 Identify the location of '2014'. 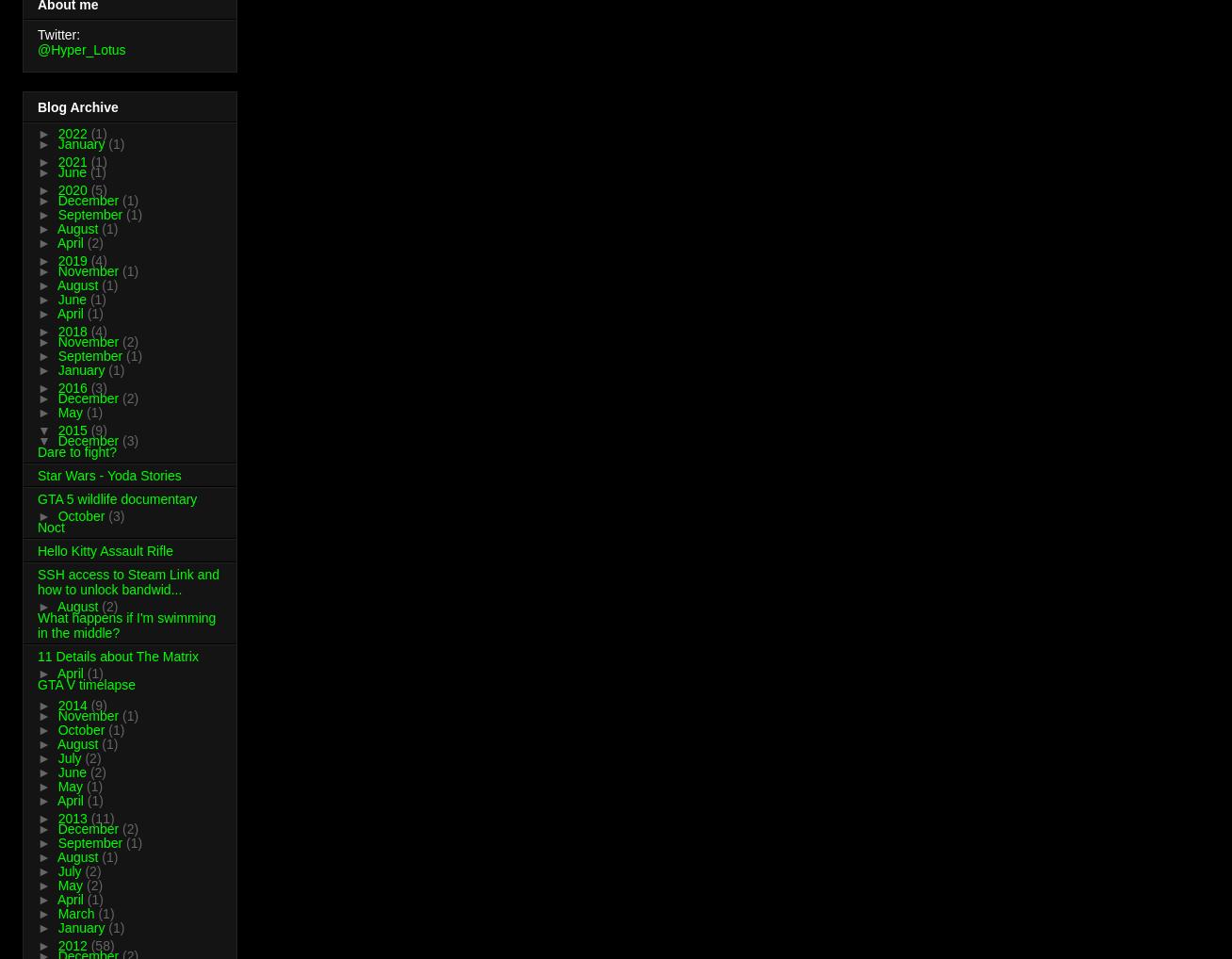
(57, 704).